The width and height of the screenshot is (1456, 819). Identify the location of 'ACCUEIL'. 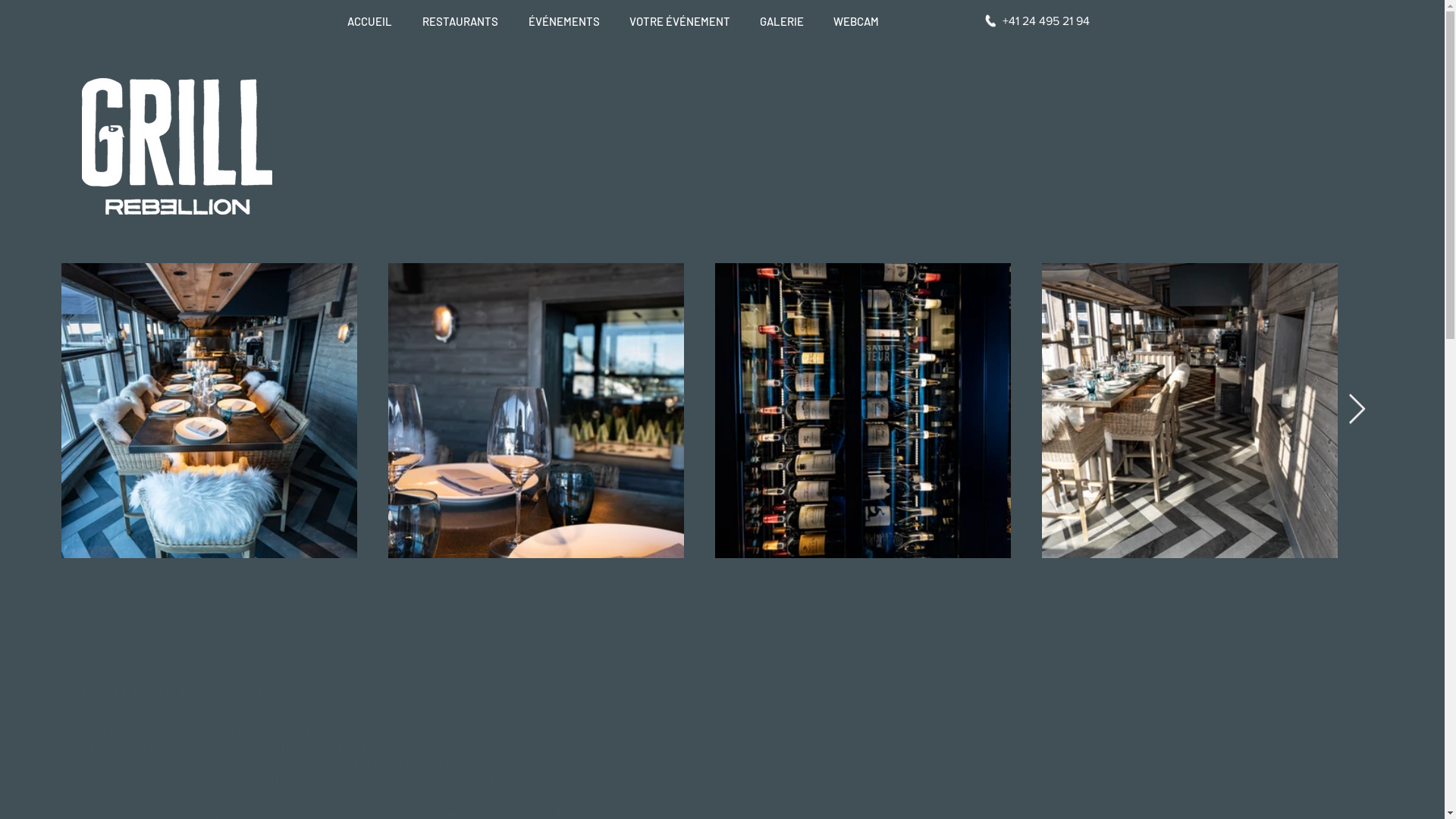
(372, 20).